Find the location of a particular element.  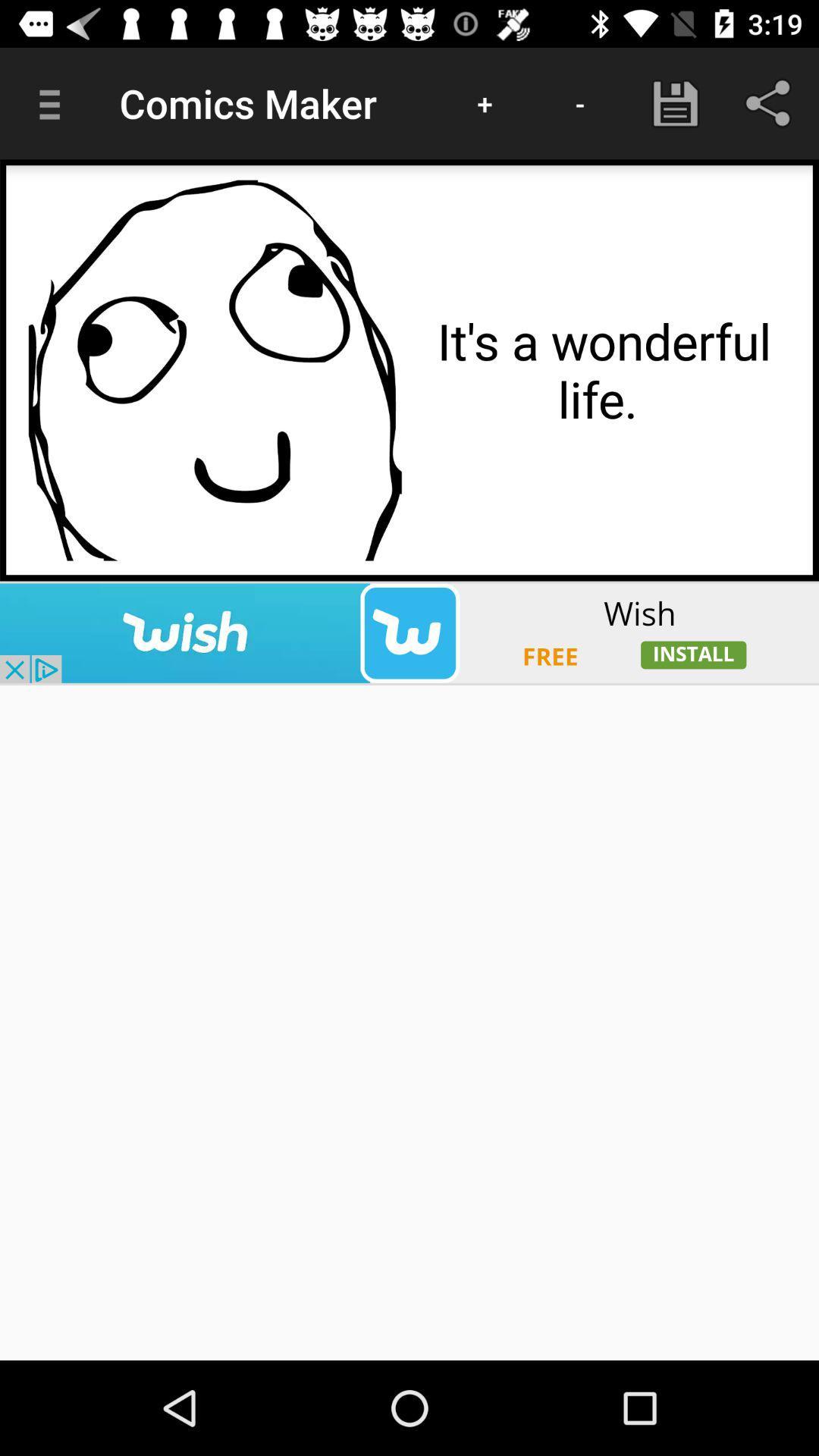

advertisement is located at coordinates (409, 633).